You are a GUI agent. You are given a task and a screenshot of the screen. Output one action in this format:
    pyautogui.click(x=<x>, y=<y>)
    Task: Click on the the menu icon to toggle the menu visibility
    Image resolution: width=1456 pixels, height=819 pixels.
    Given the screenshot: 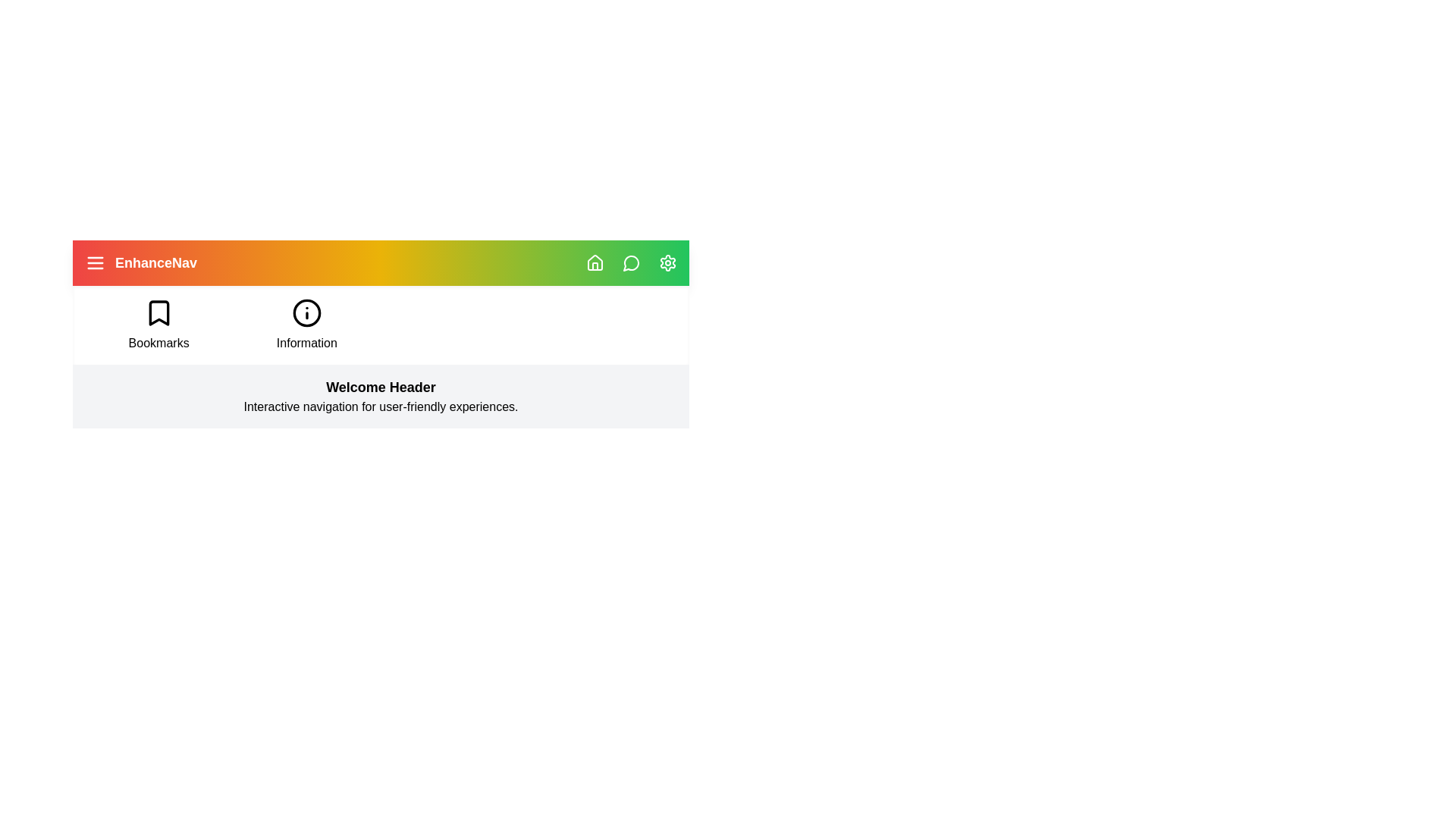 What is the action you would take?
    pyautogui.click(x=94, y=262)
    